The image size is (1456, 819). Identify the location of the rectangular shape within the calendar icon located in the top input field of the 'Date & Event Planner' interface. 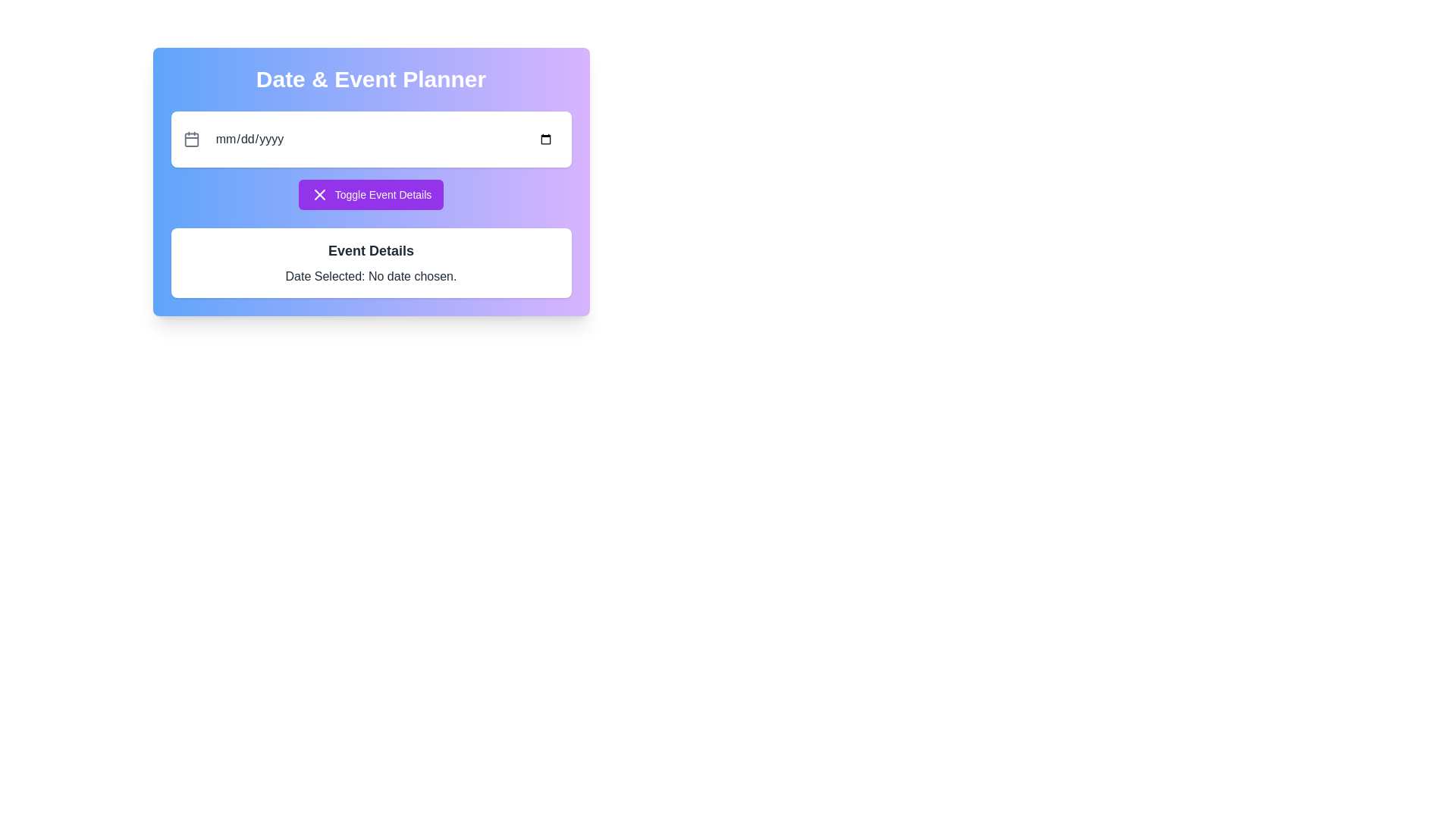
(190, 140).